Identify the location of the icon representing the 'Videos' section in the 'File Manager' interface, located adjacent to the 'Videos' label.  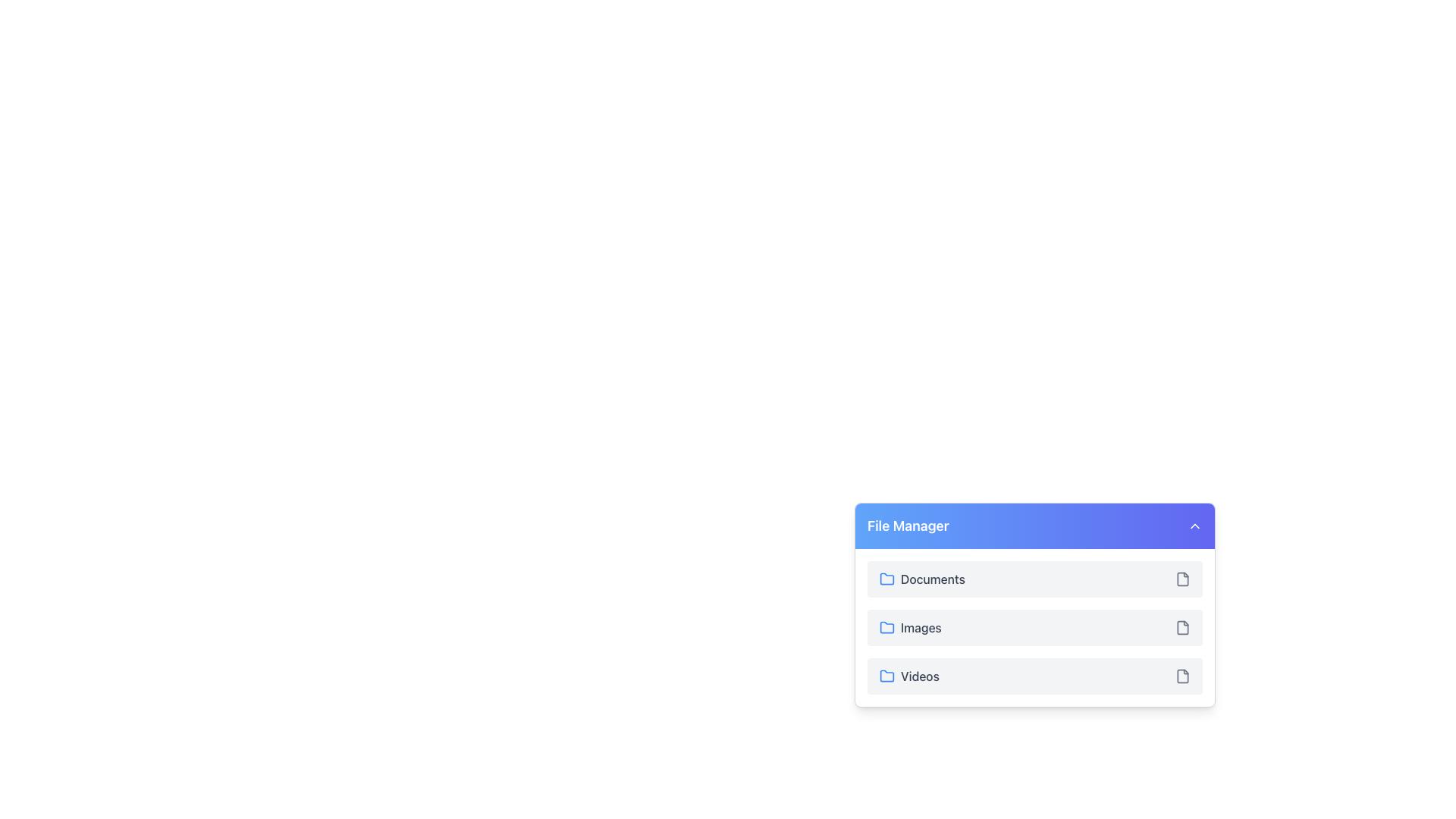
(1182, 675).